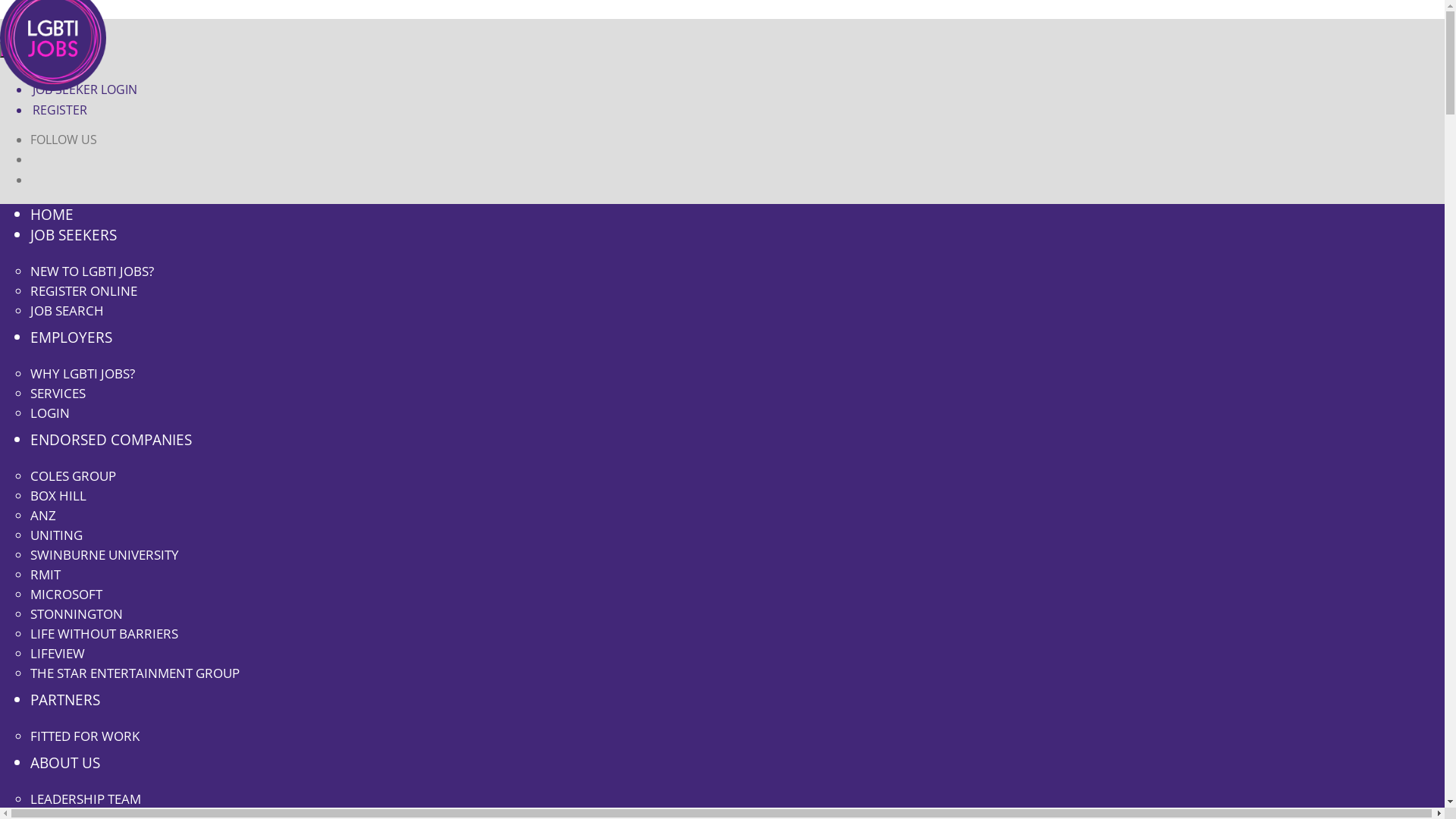 The height and width of the screenshot is (819, 1456). Describe the element at coordinates (58, 109) in the screenshot. I see `'REGISTER'` at that location.